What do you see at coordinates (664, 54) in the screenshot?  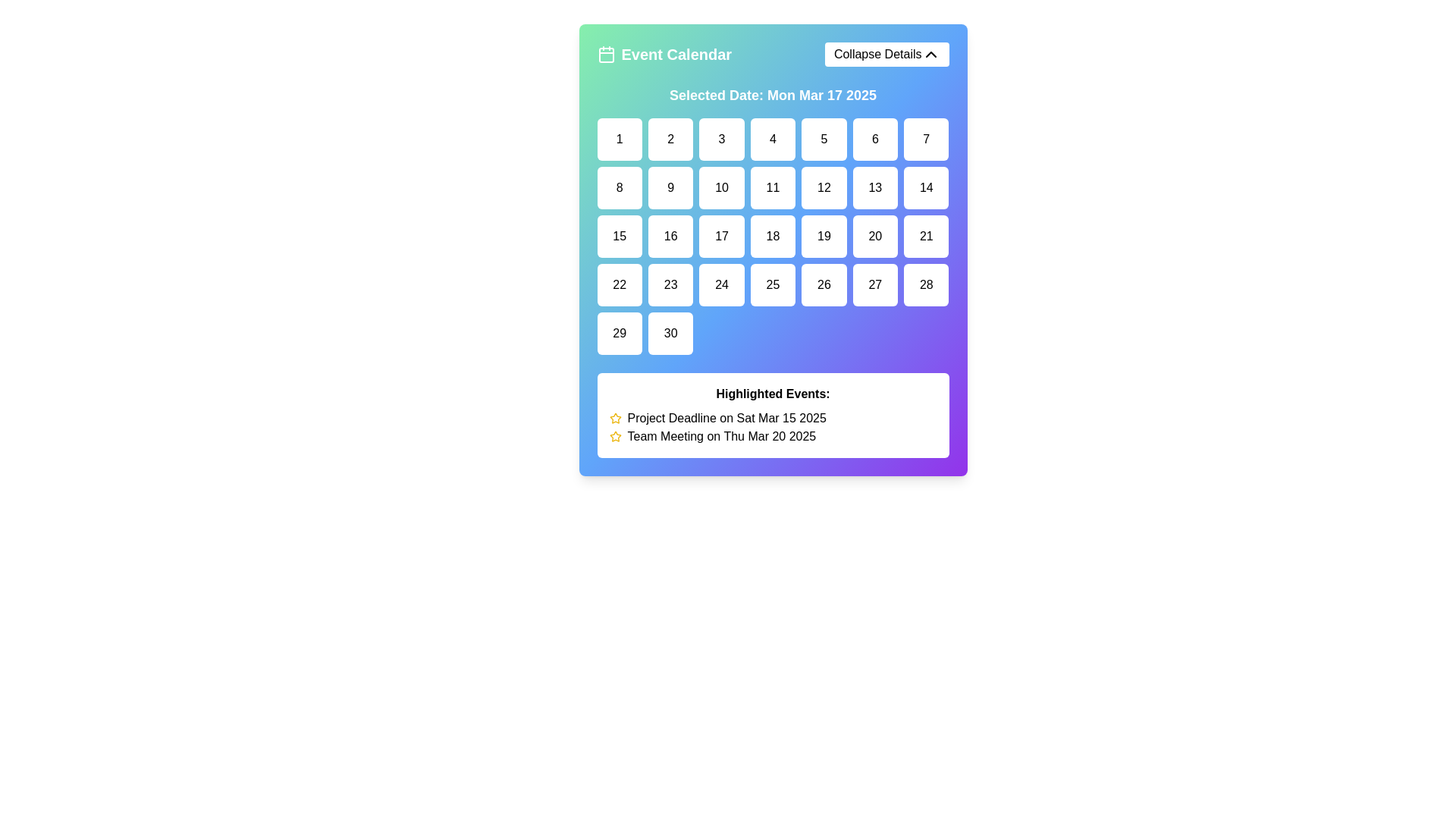 I see `the 'Event Calendar' text label with icon, which features bold text and a calendar icon on its left, located in the top-left section of the card layout` at bounding box center [664, 54].